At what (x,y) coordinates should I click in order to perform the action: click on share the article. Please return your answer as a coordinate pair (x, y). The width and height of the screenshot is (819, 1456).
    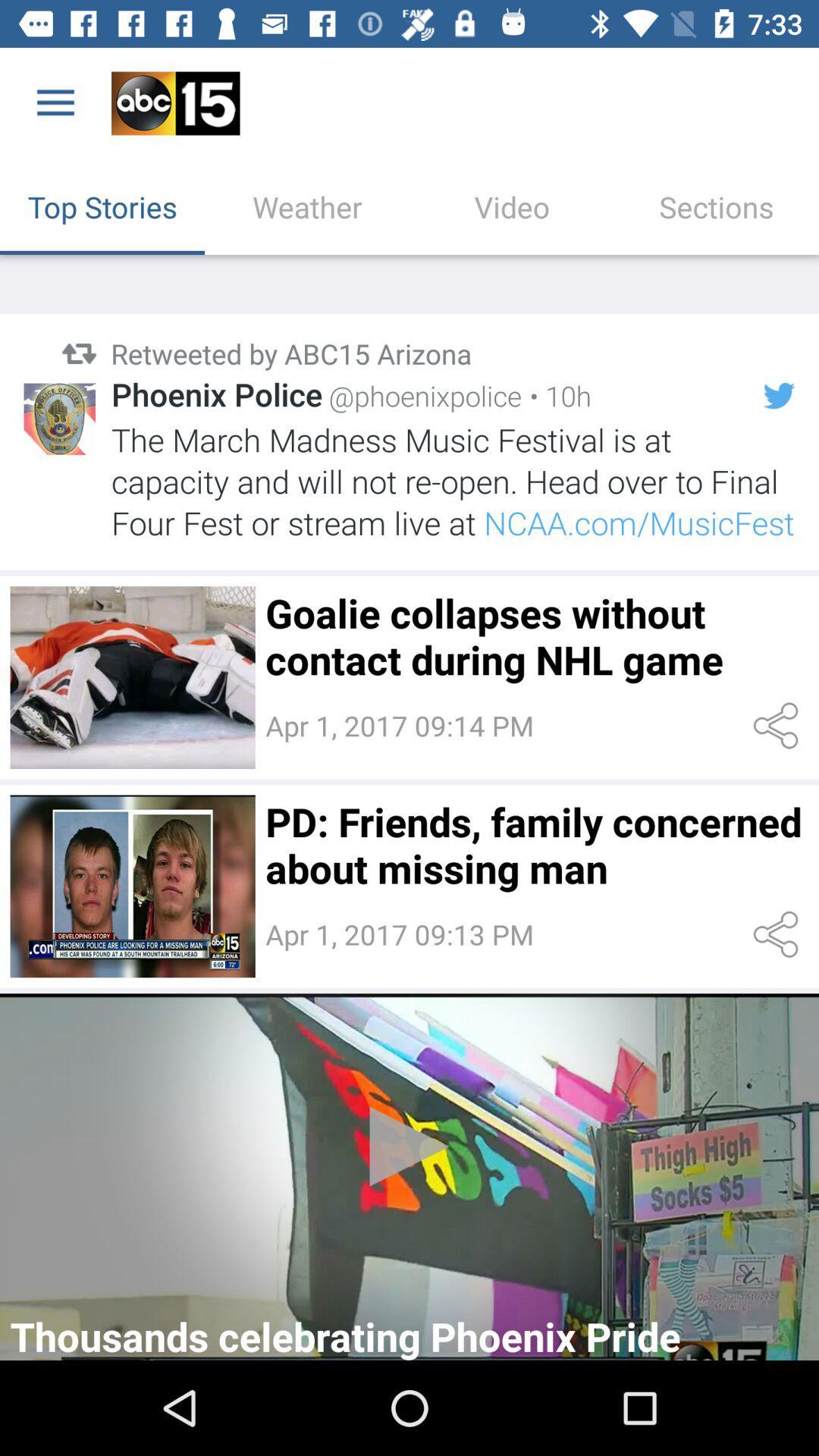
    Looking at the image, I should click on (779, 934).